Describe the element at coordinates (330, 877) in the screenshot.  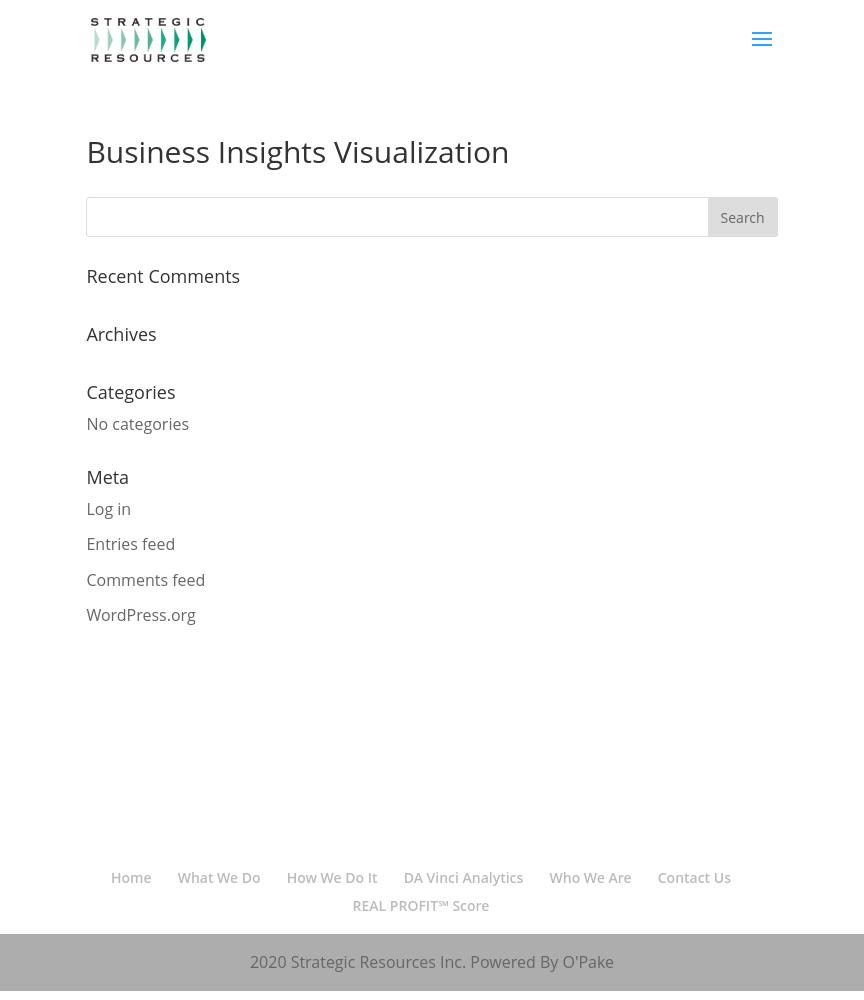
I see `'How We Do It'` at that location.